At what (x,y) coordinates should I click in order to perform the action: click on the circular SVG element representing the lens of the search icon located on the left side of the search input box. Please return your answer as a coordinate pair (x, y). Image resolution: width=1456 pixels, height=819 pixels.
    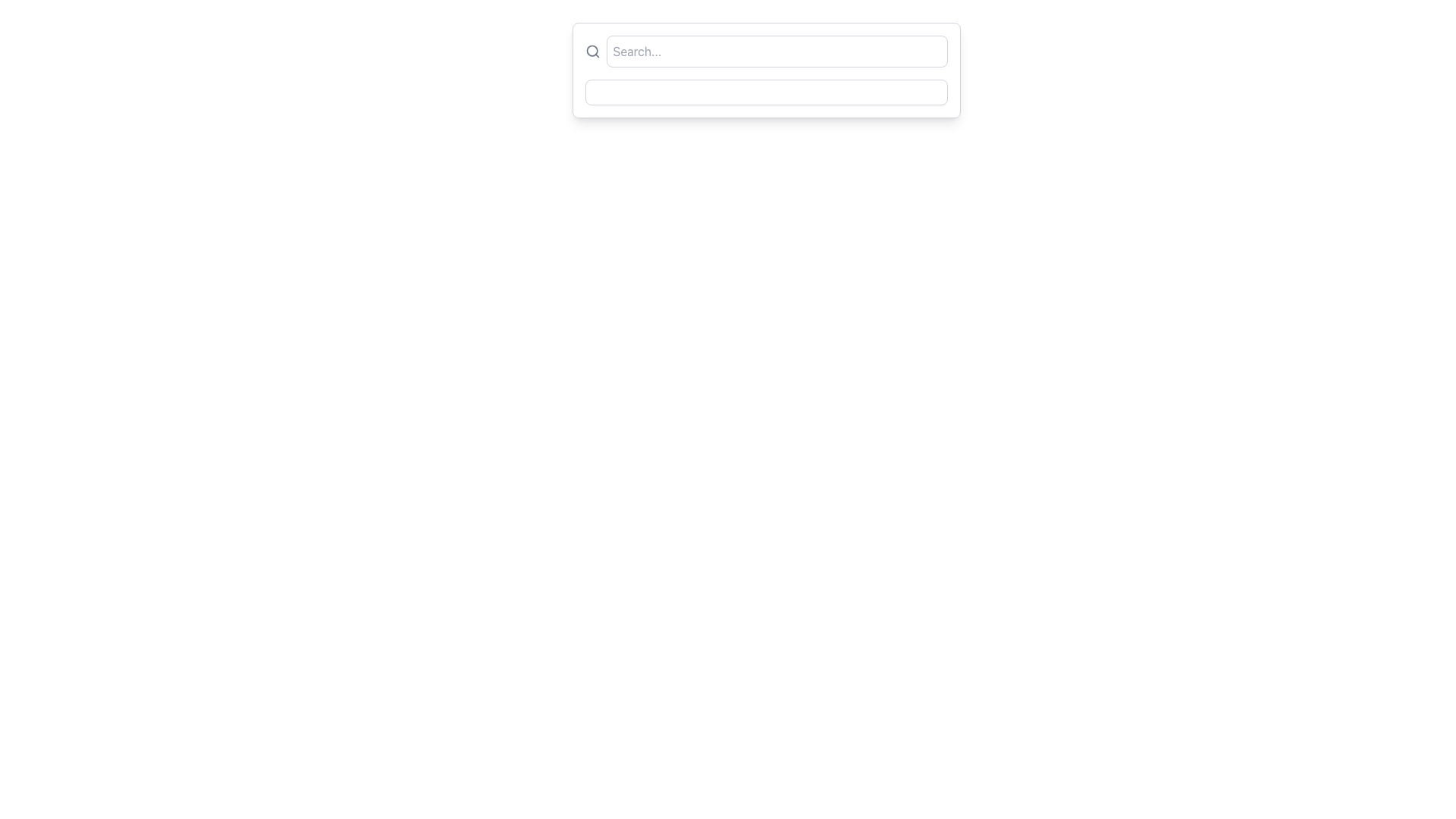
    Looking at the image, I should click on (591, 50).